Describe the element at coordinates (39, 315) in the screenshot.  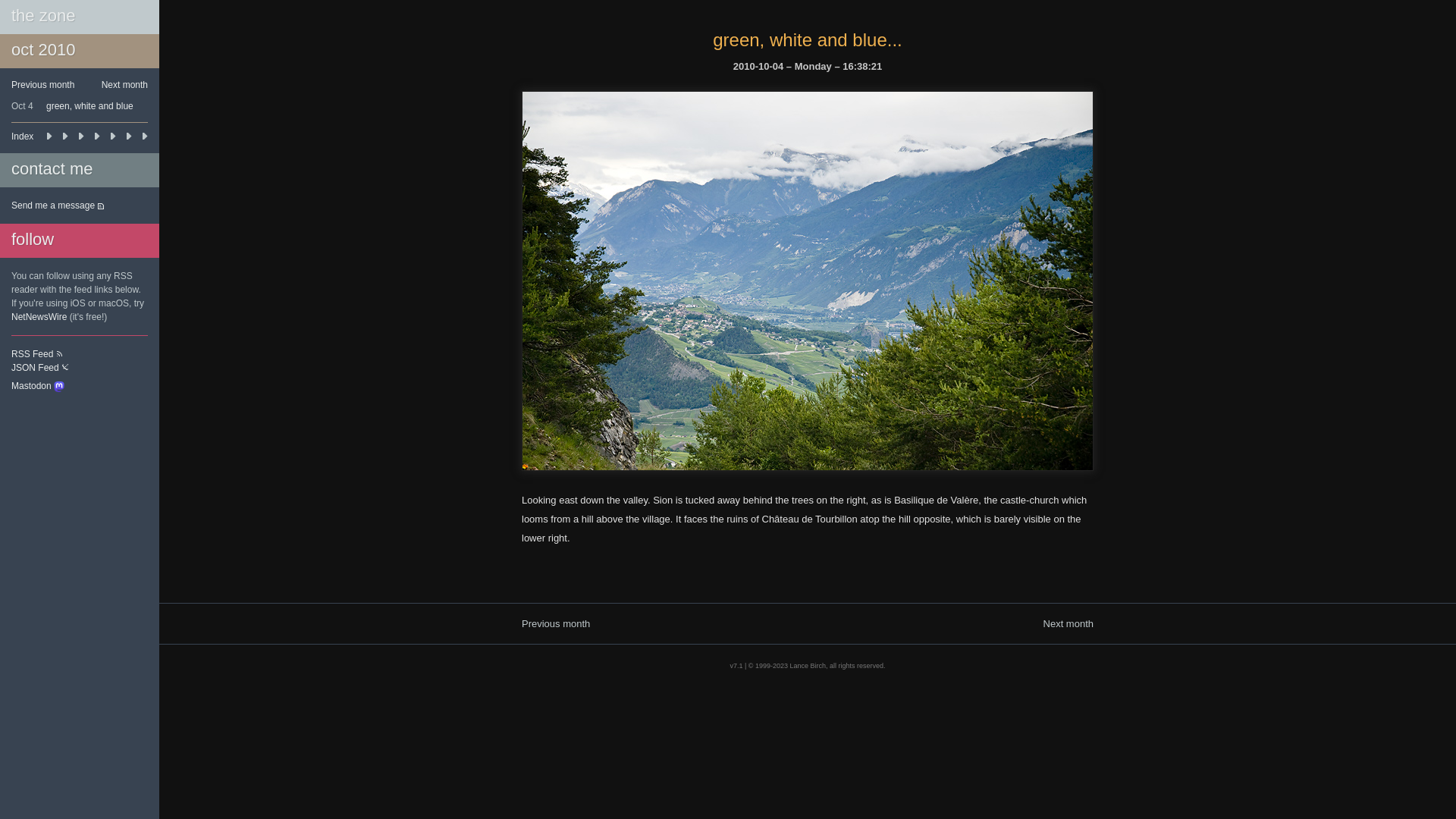
I see `'NetNewsWire'` at that location.